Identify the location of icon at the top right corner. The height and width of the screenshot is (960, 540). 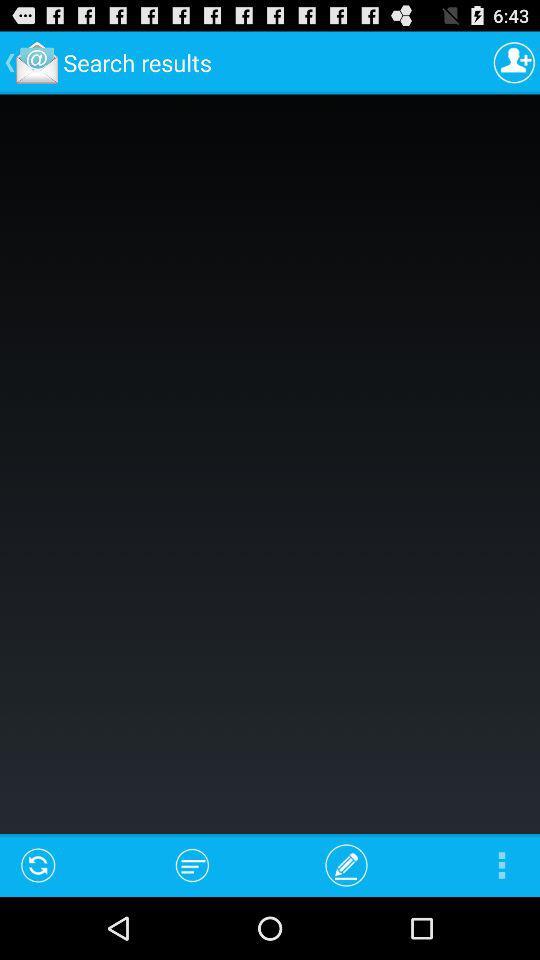
(514, 62).